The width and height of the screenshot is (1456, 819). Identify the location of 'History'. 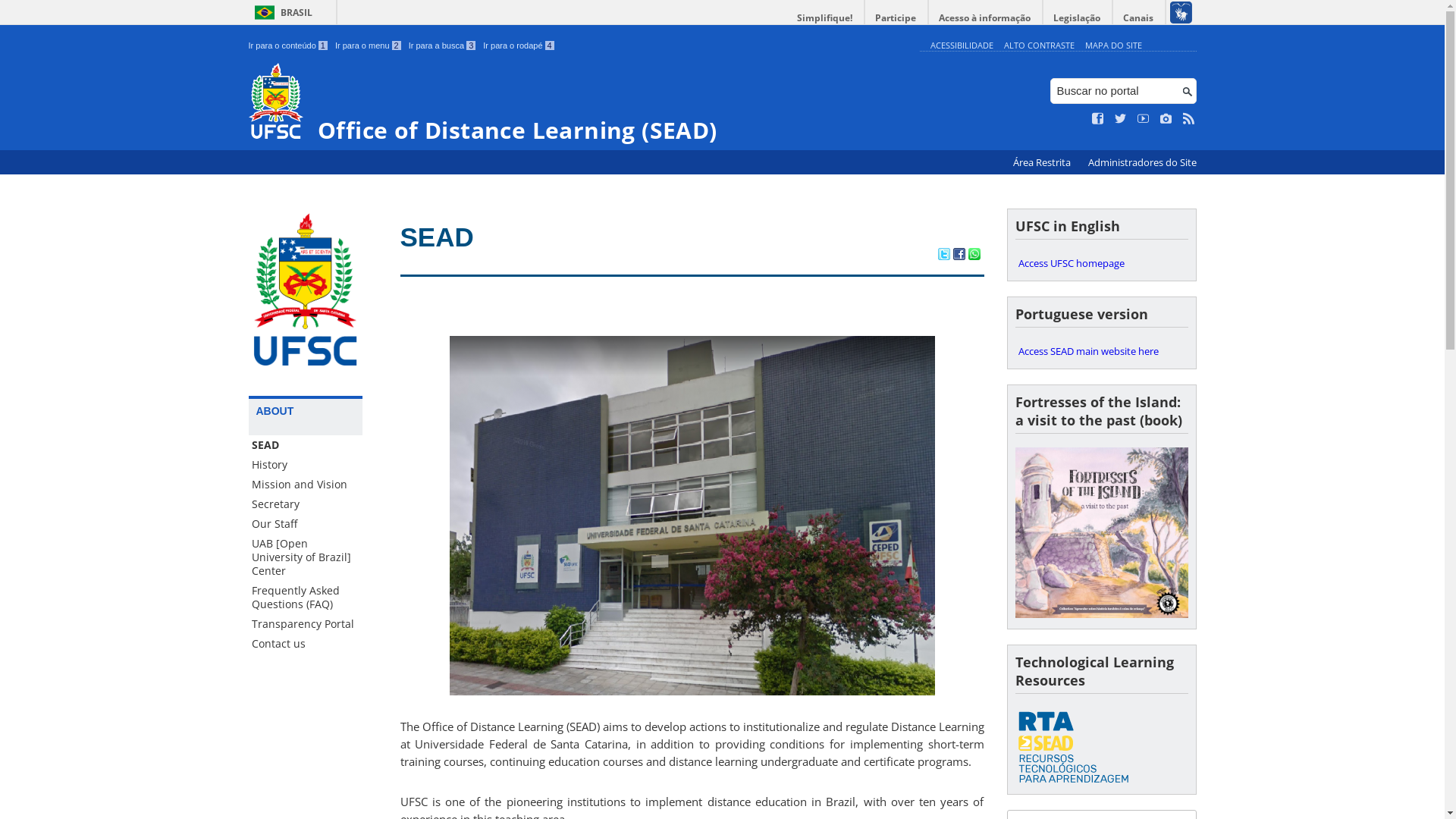
(305, 464).